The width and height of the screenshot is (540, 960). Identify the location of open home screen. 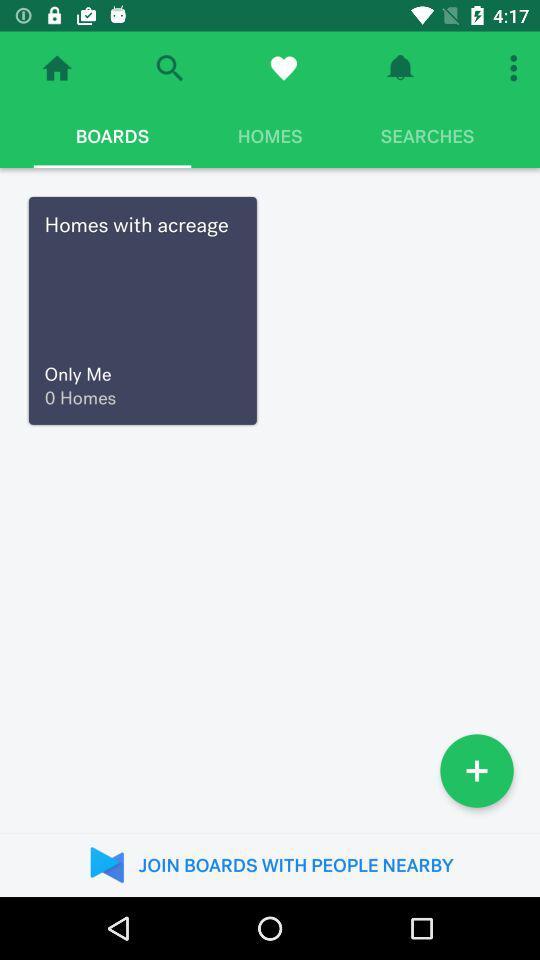
(57, 68).